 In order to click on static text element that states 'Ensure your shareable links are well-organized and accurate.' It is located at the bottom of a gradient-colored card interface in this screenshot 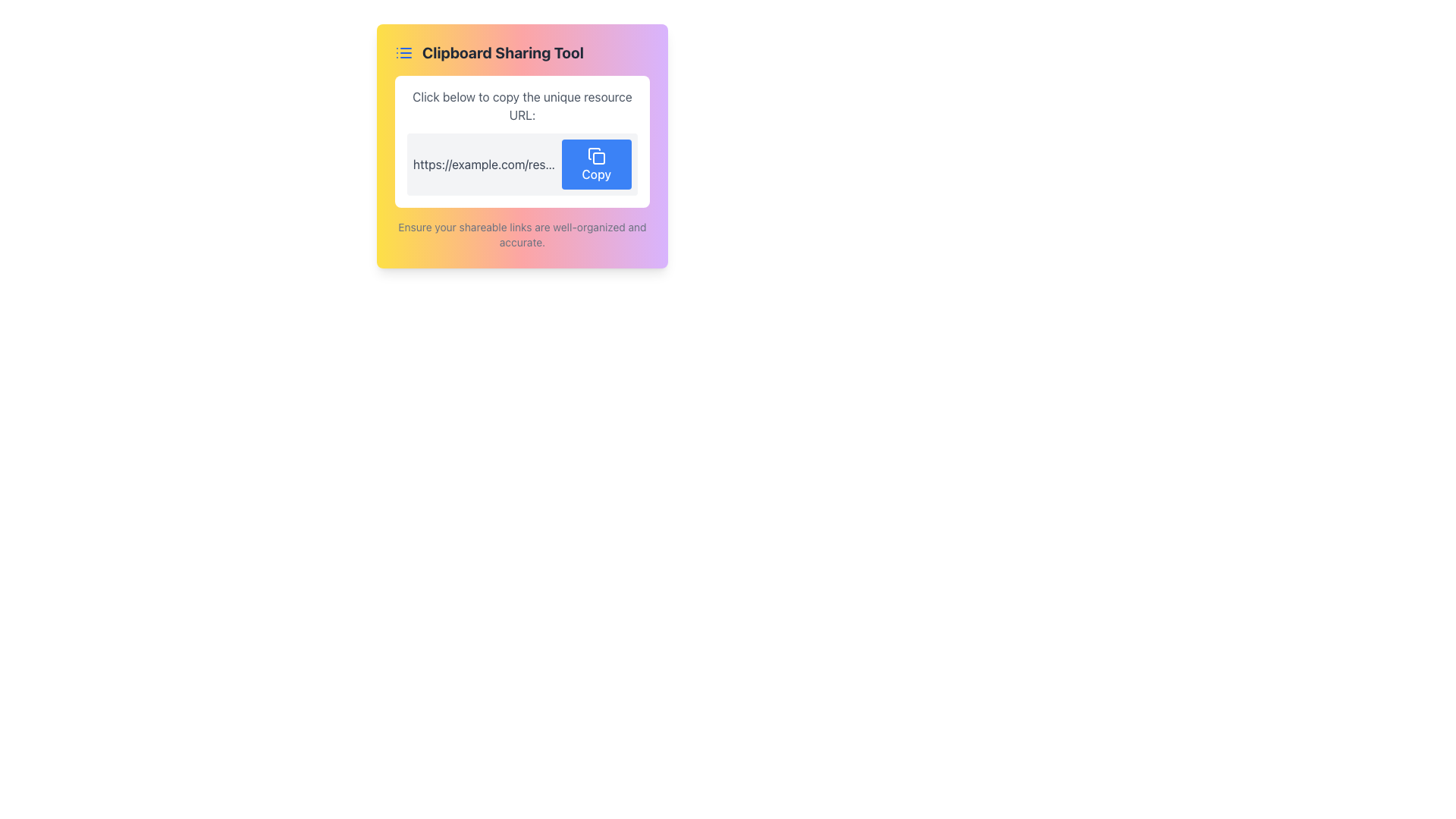, I will do `click(522, 234)`.